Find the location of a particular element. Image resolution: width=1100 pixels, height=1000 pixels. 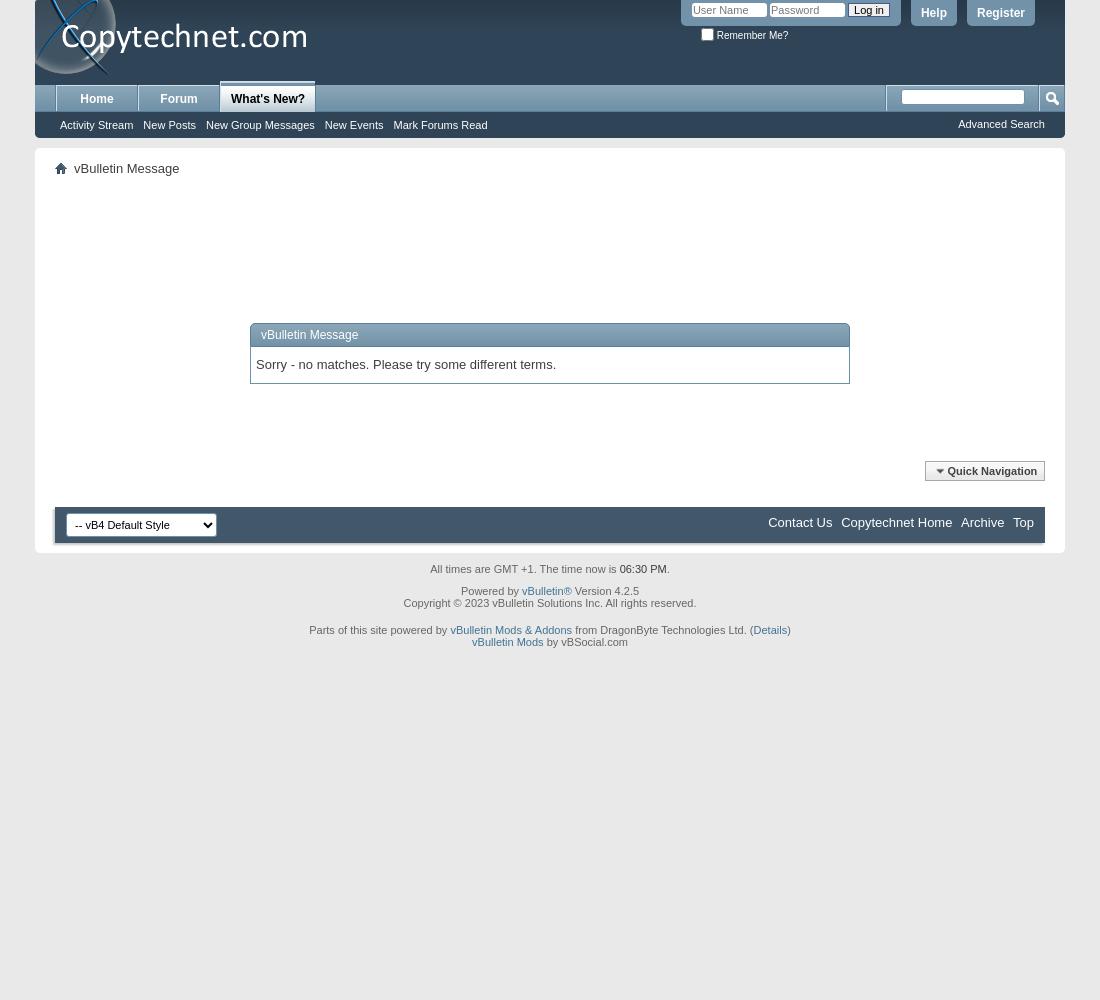

'Advanced Search' is located at coordinates (957, 123).